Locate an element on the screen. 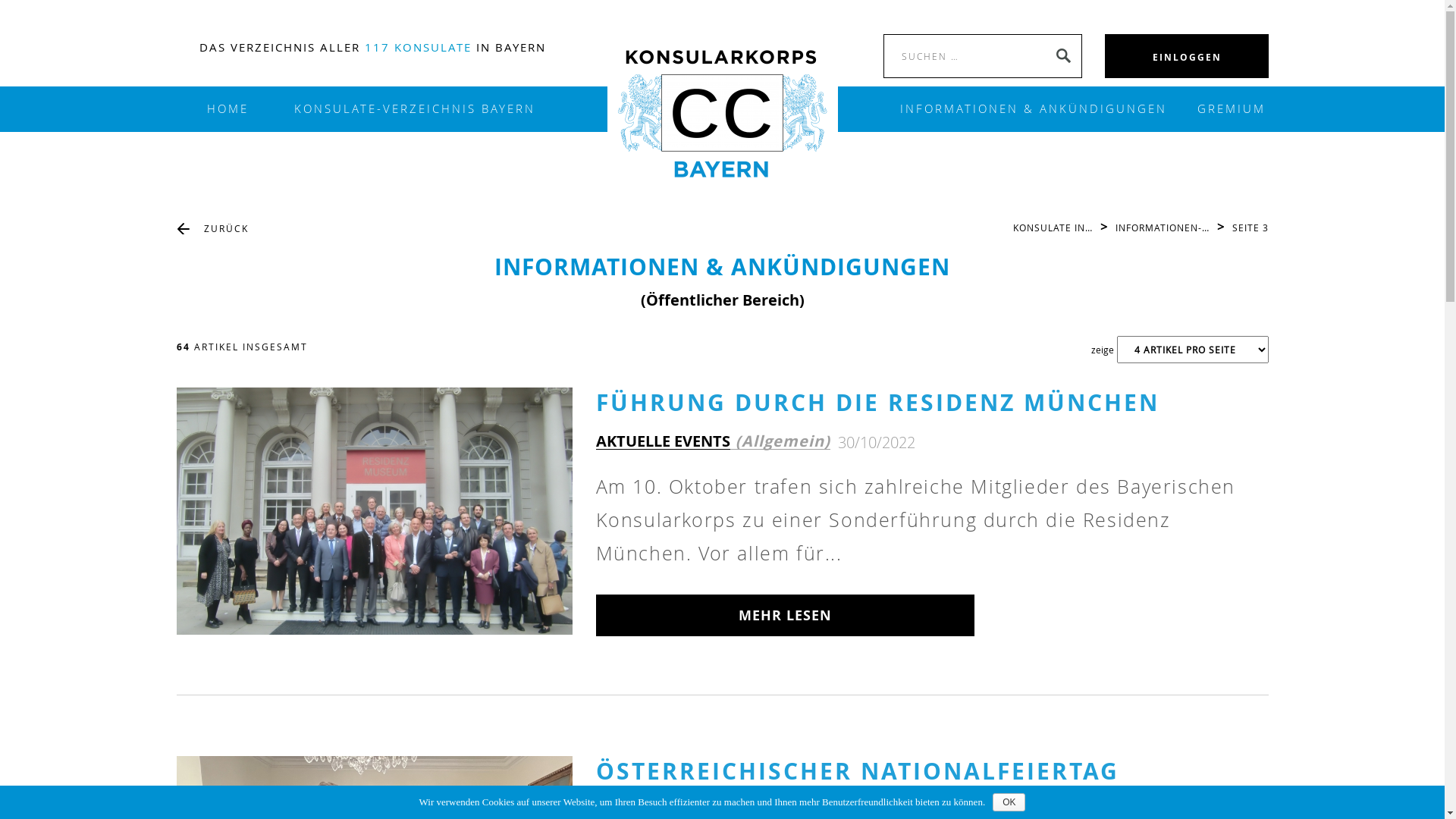 The image size is (1456, 819). 'OK' is located at coordinates (993, 801).